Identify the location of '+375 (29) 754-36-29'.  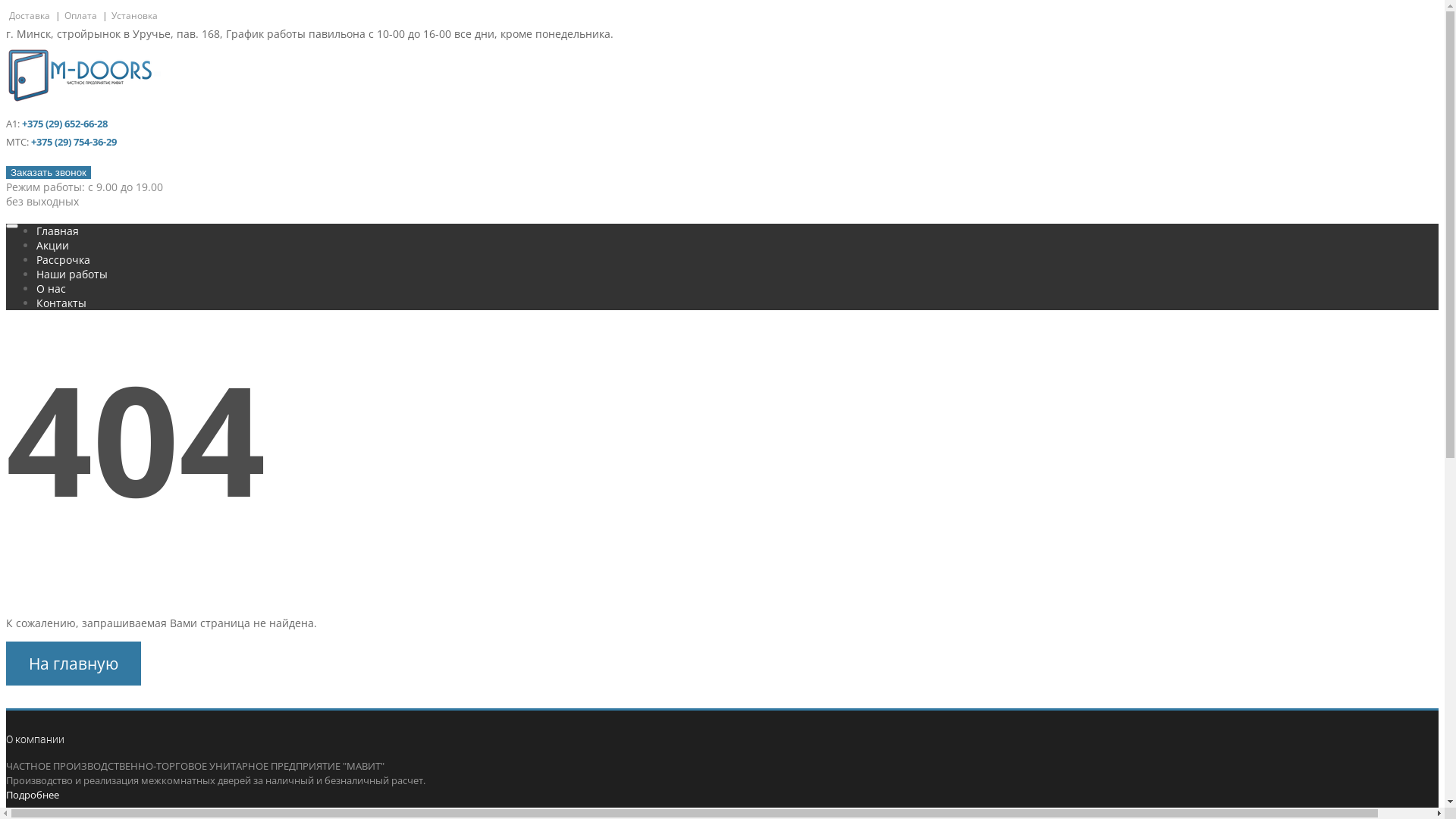
(73, 141).